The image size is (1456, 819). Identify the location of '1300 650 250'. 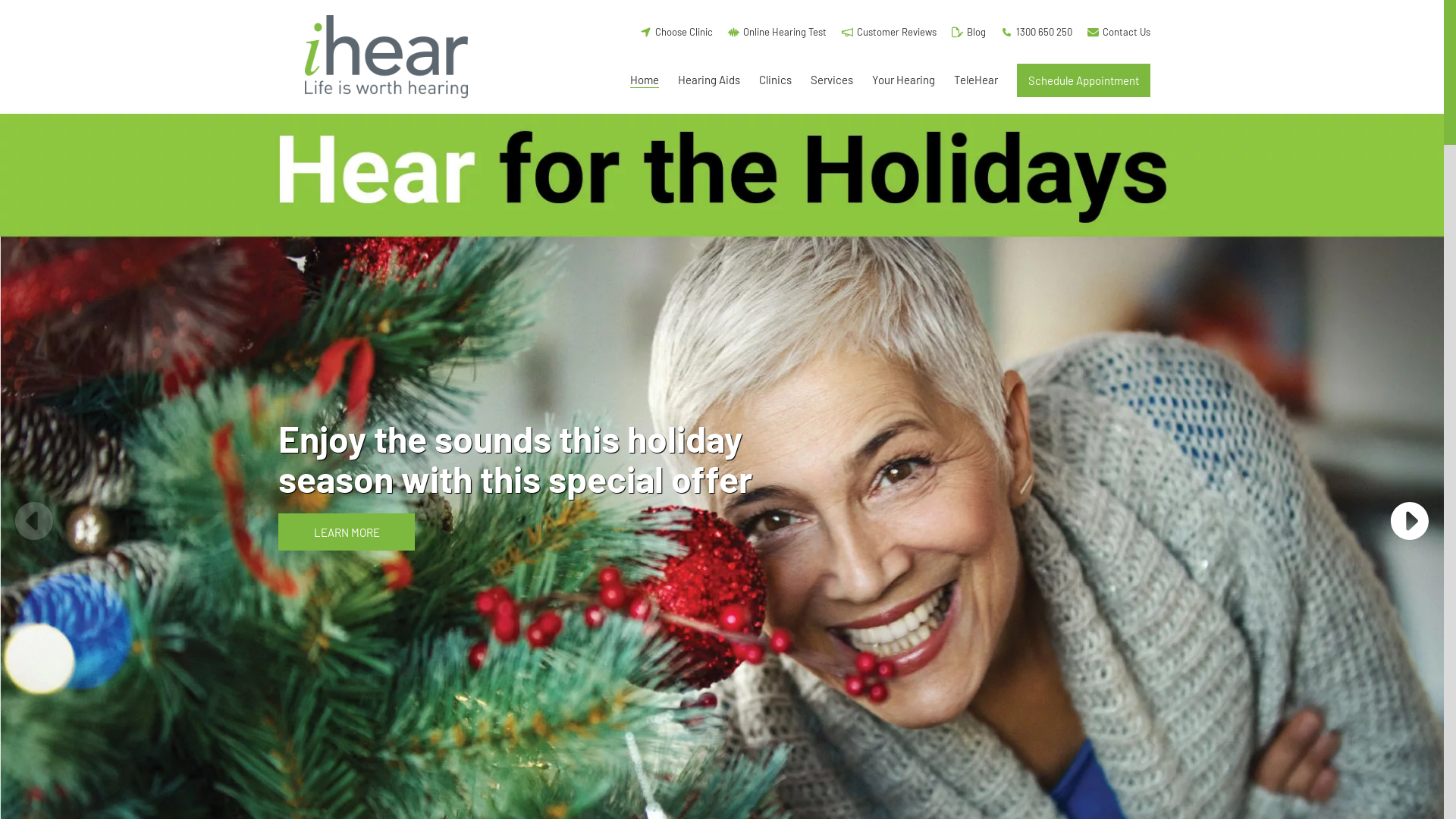
(1036, 31).